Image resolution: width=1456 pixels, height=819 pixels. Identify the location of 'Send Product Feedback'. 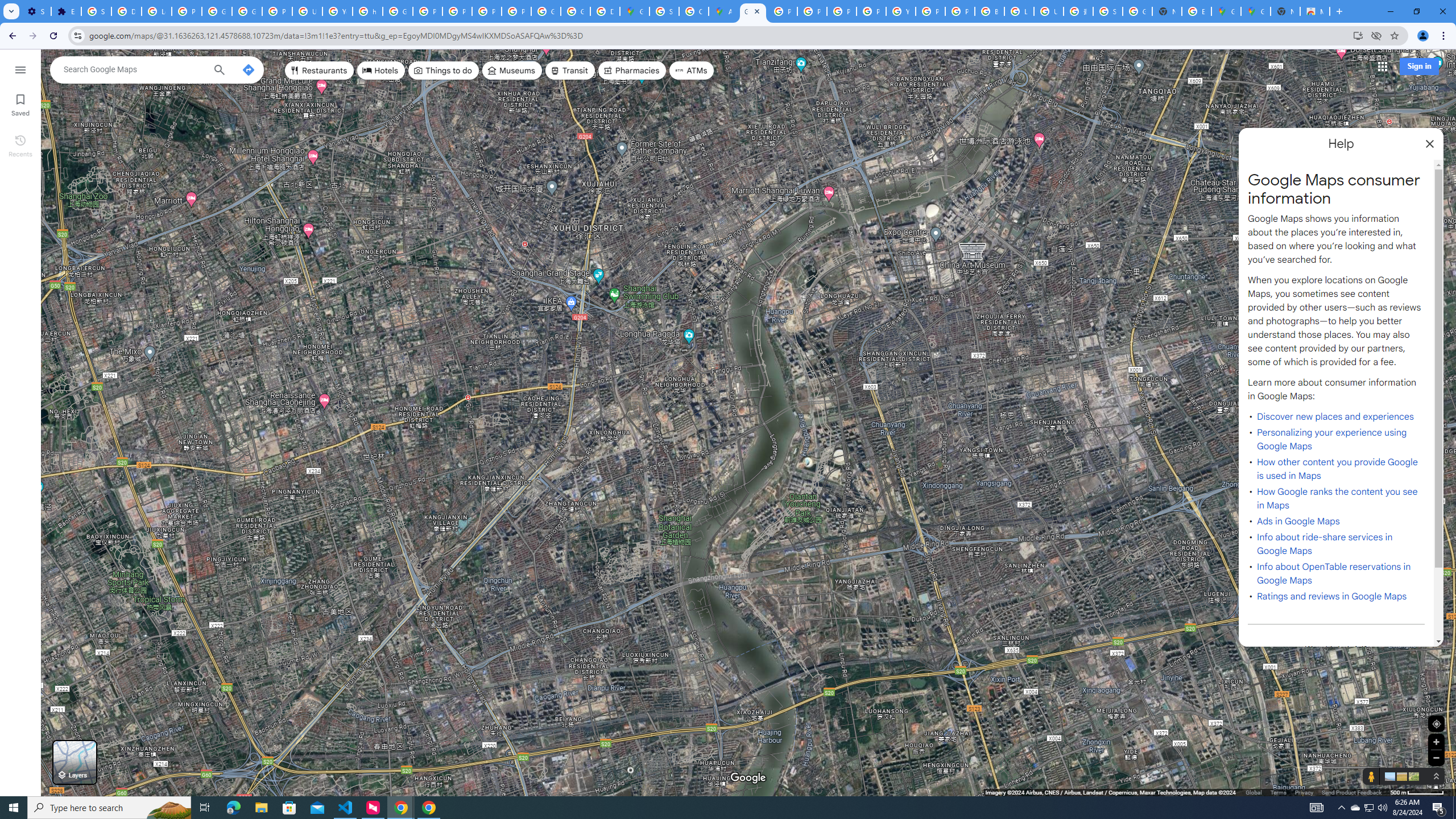
(1351, 792).